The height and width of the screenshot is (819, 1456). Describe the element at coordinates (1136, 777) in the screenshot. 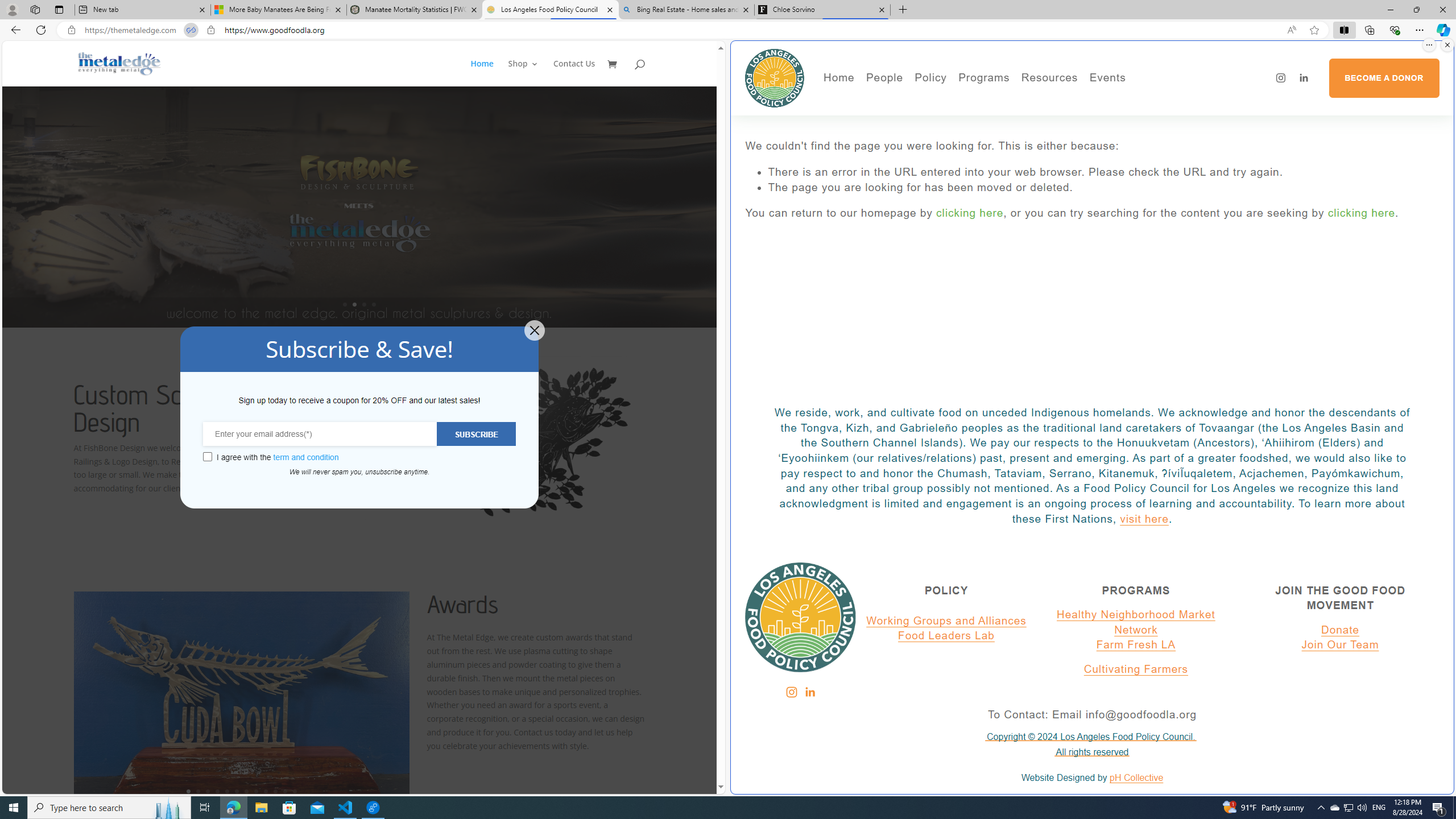

I see `'pH Collective'` at that location.